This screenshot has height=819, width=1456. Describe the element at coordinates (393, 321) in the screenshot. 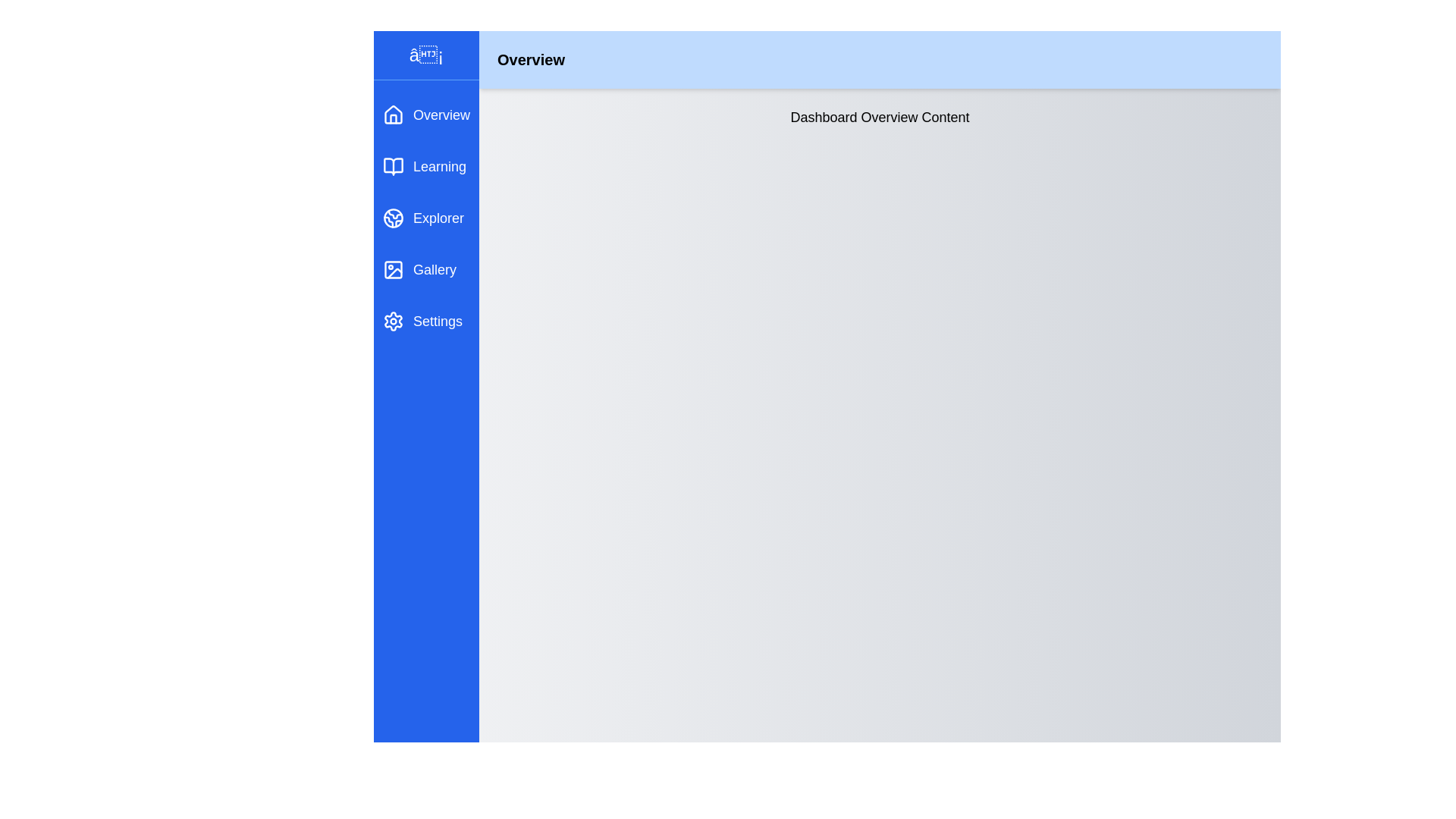

I see `the 'Settings' menu item by clicking on the icon located at the left of the text label 'Settings' to access its functionalities` at that location.